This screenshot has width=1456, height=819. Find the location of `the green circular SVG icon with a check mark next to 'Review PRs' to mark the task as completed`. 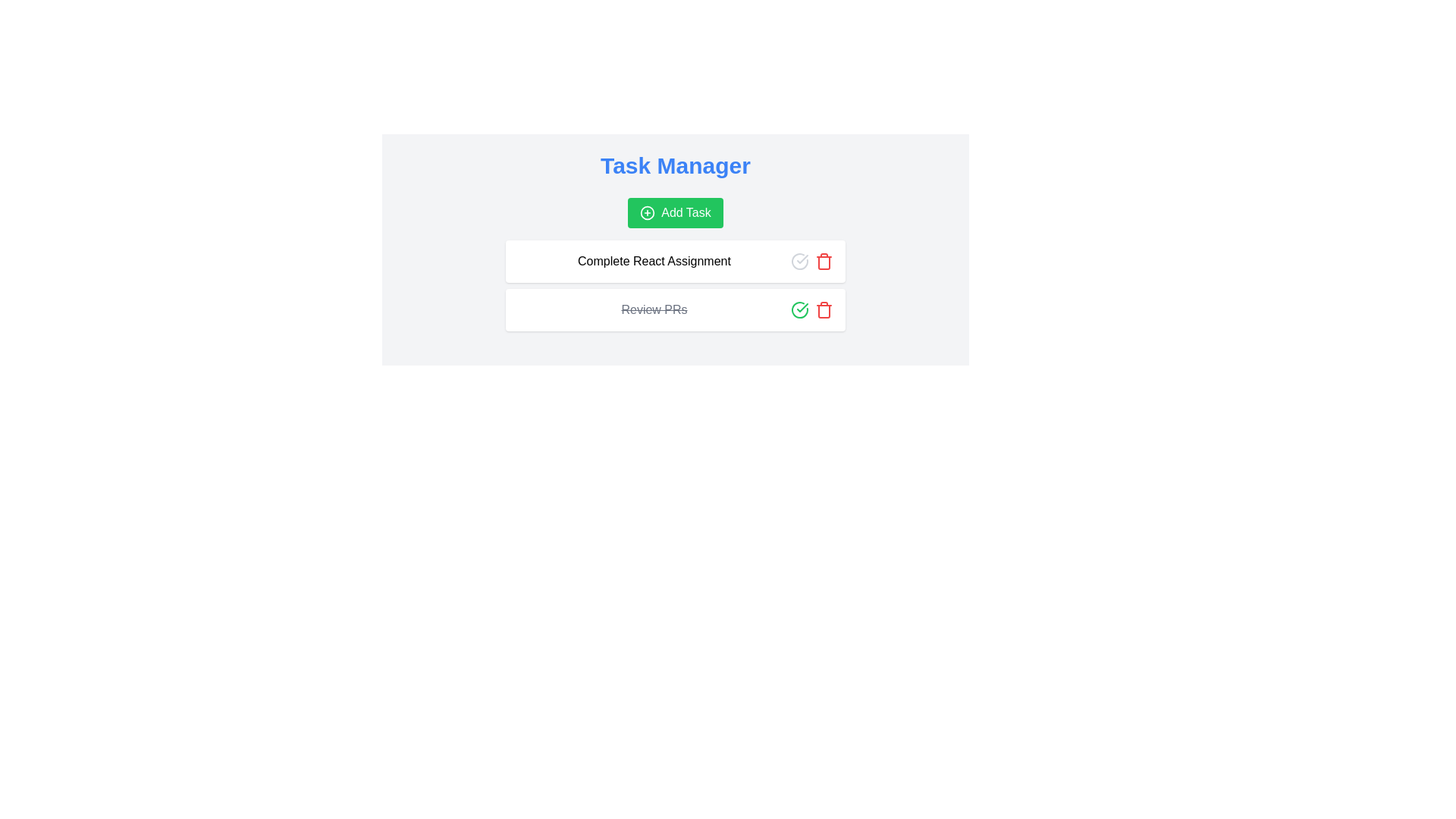

the green circular SVG icon with a check mark next to 'Review PRs' to mark the task as completed is located at coordinates (799, 309).